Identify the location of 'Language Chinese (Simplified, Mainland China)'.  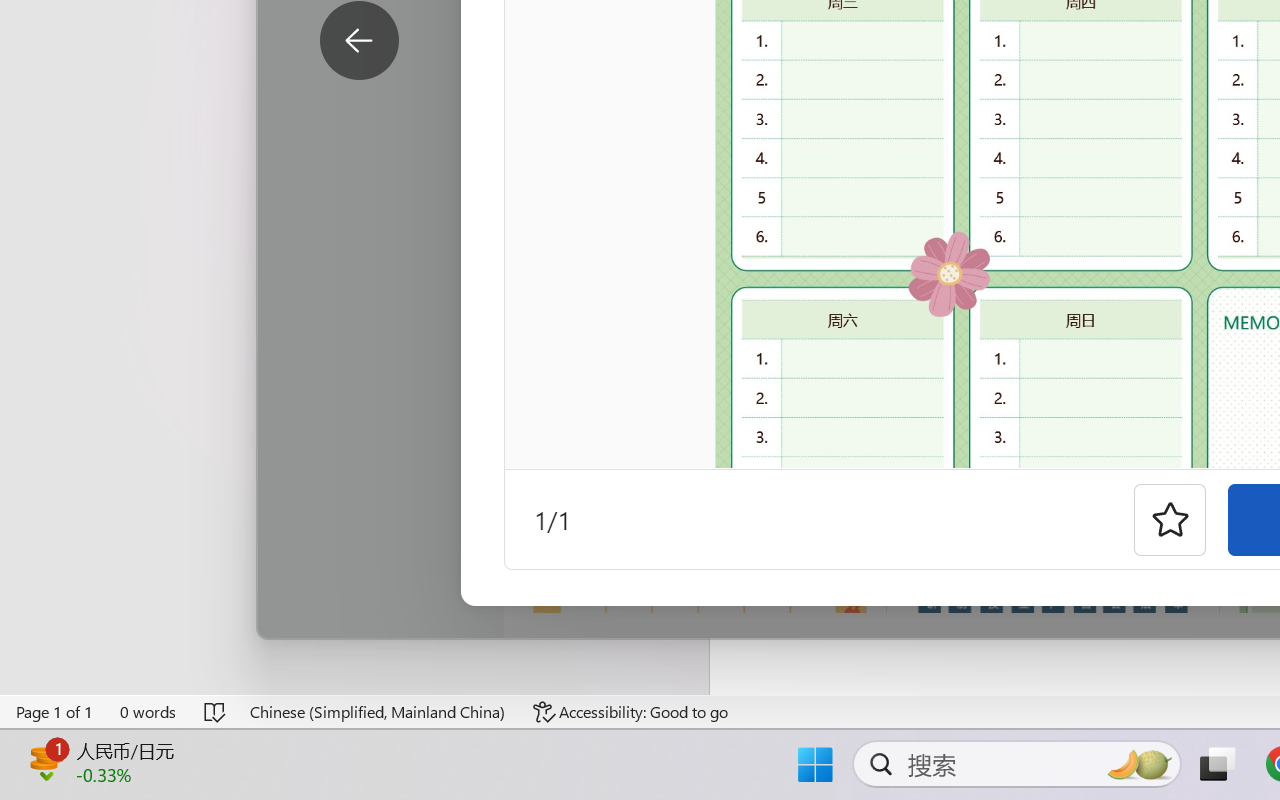
(378, 711).